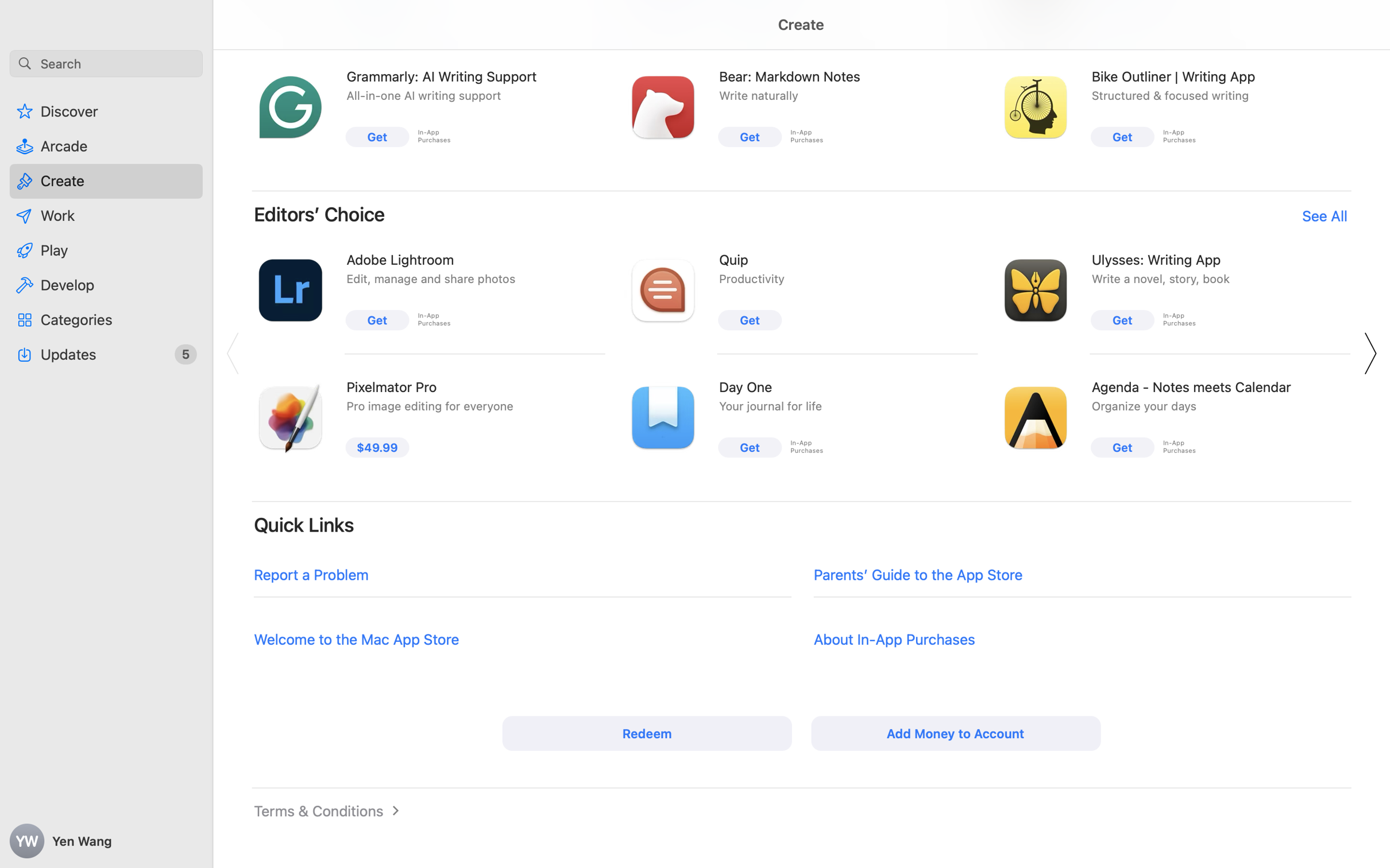 This screenshot has height=868, width=1390. I want to click on 'Yen Wang', so click(106, 841).